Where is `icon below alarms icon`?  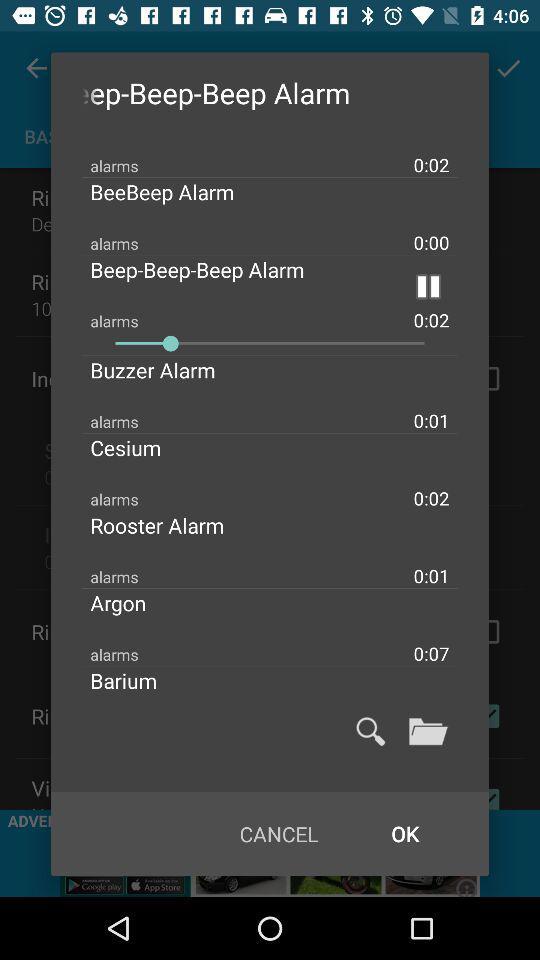 icon below alarms icon is located at coordinates (270, 343).